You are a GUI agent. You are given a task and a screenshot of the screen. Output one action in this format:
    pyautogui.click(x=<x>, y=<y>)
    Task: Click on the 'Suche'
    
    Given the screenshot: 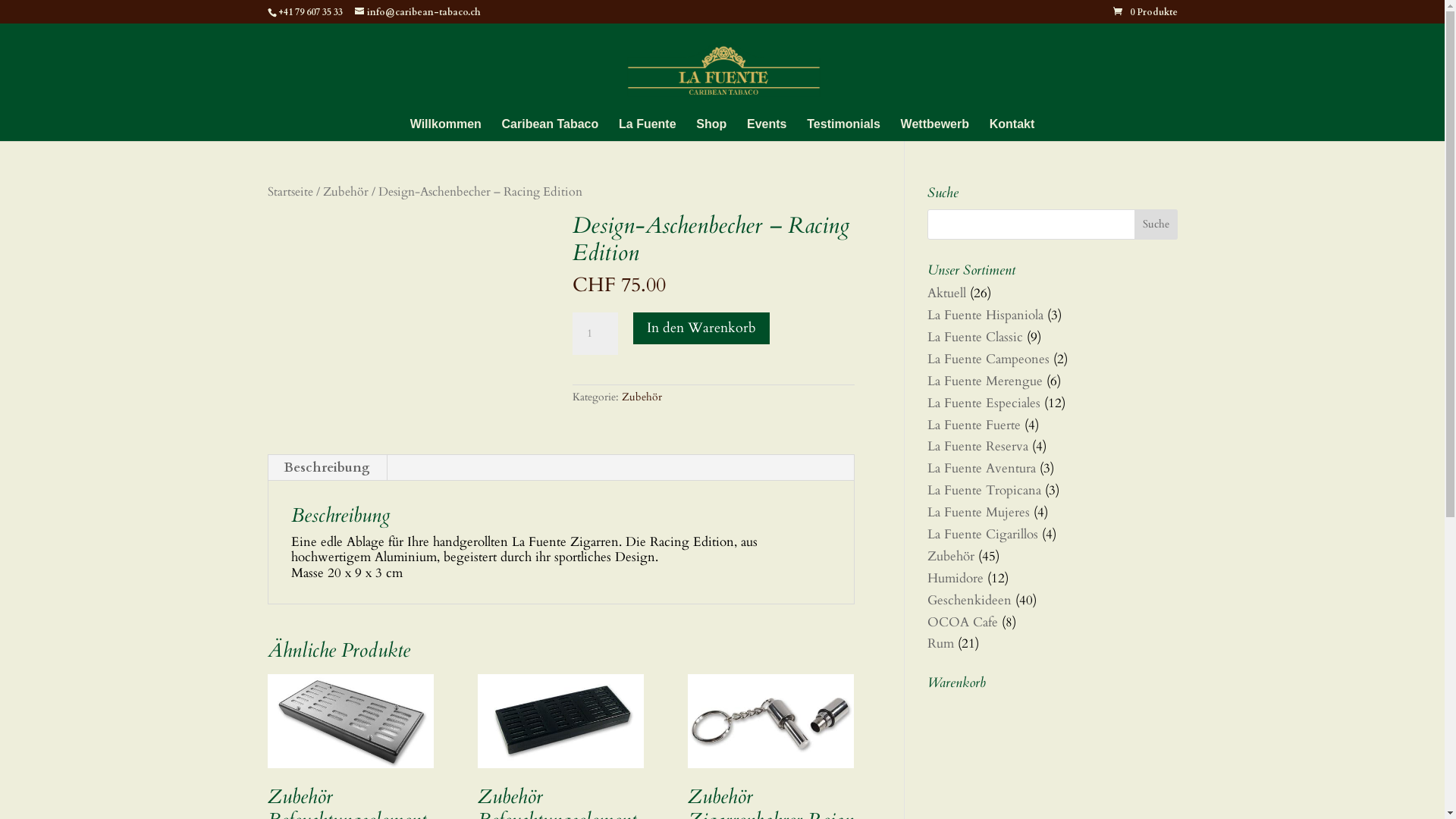 What is the action you would take?
    pyautogui.click(x=1155, y=224)
    